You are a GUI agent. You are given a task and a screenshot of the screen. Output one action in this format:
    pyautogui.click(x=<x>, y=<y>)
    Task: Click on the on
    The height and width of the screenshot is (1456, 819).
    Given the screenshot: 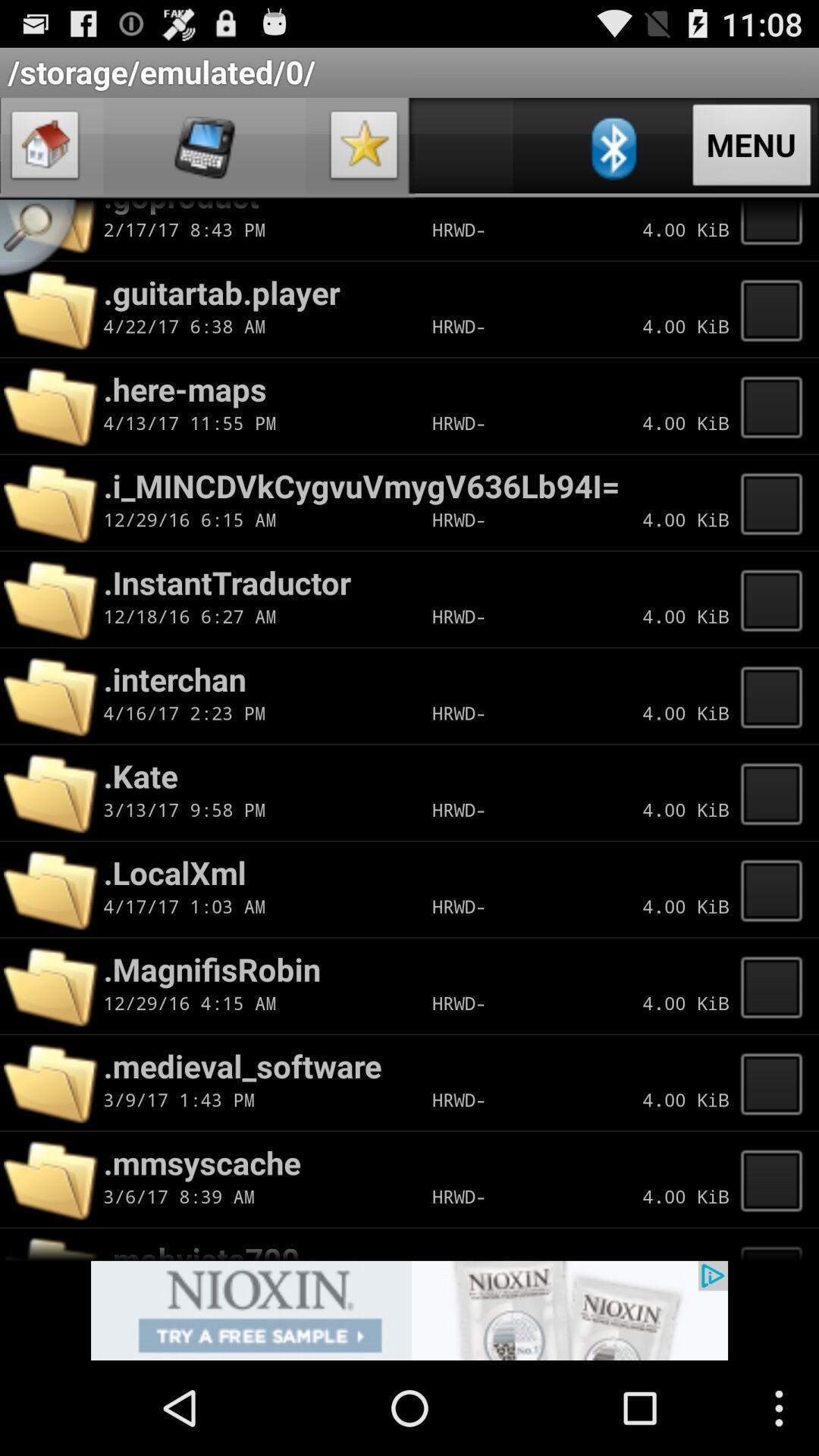 What is the action you would take?
    pyautogui.click(x=776, y=986)
    